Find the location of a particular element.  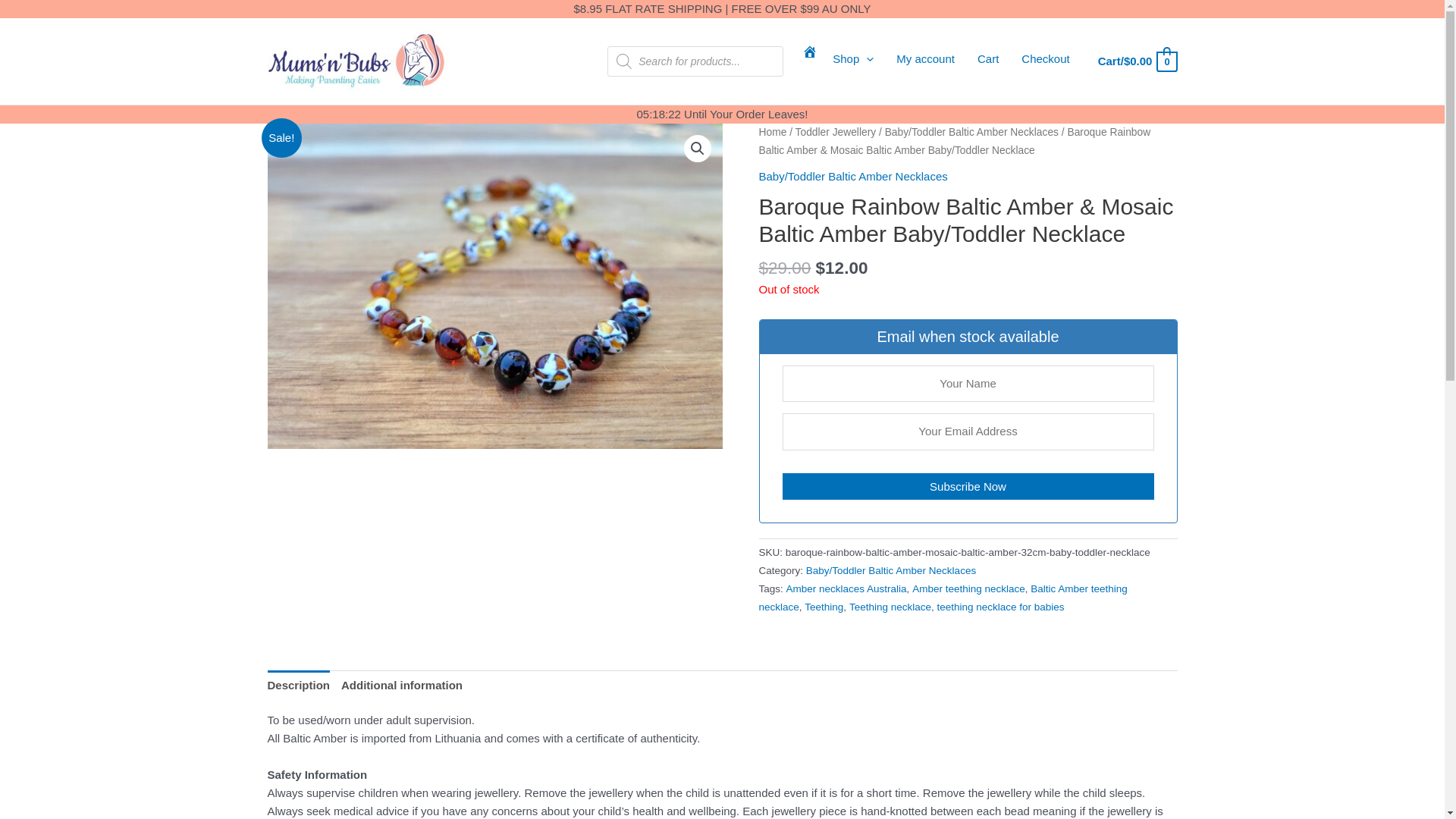

'Teething' is located at coordinates (823, 606).